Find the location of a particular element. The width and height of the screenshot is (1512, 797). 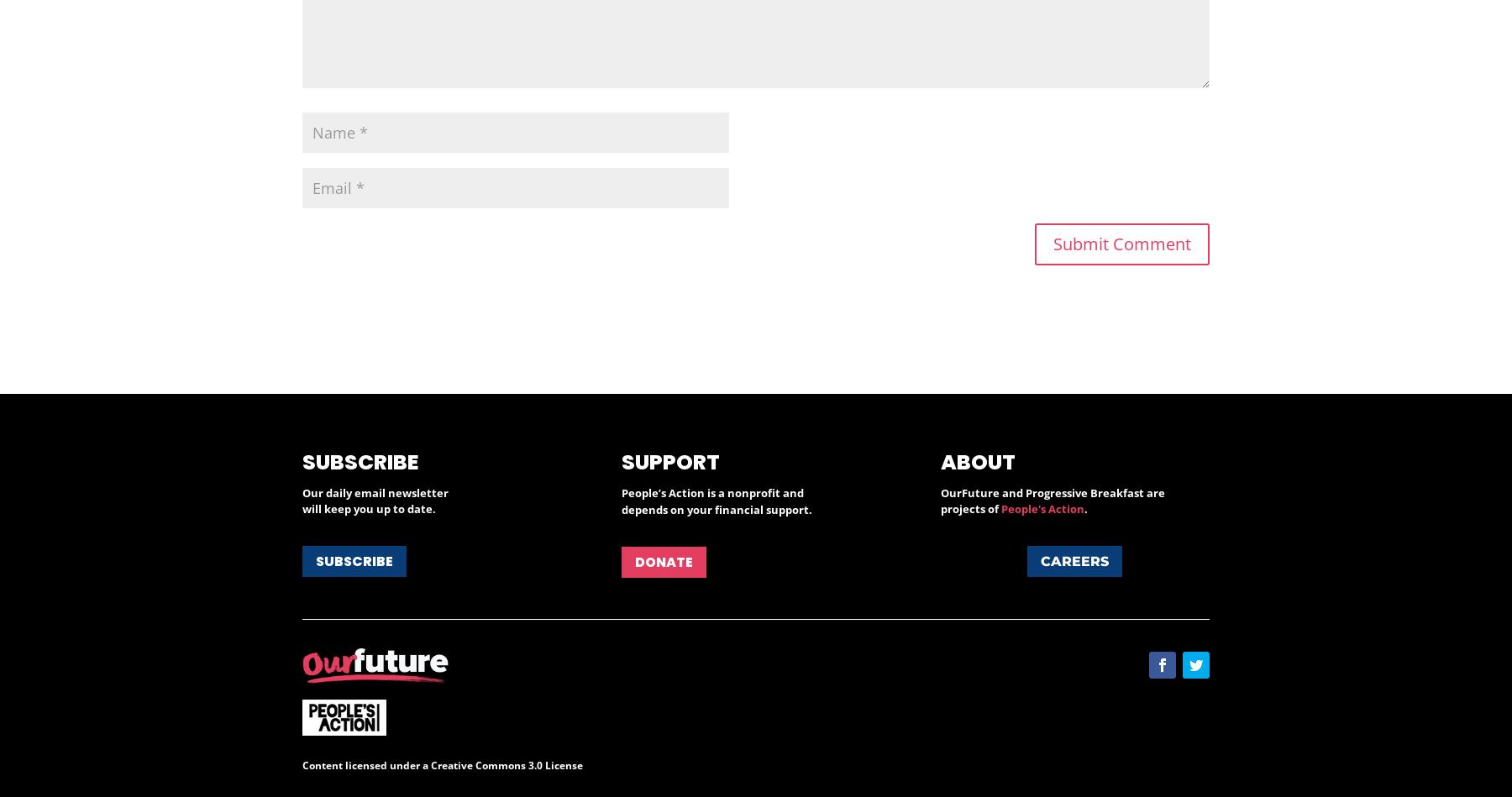

'About' is located at coordinates (976, 461).